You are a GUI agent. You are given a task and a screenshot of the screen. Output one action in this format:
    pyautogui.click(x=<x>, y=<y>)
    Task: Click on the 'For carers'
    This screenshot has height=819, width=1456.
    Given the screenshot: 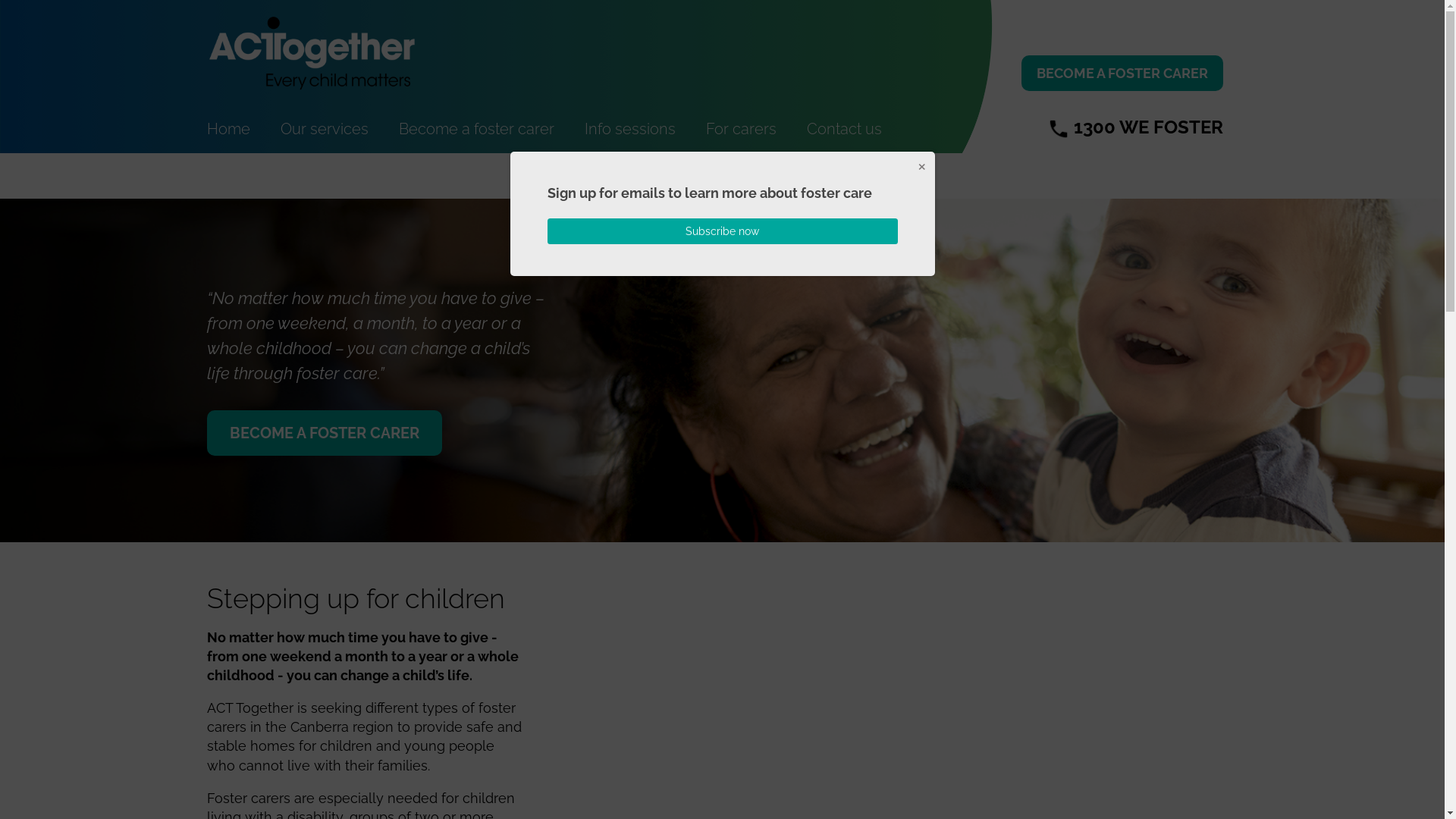 What is the action you would take?
    pyautogui.click(x=740, y=127)
    